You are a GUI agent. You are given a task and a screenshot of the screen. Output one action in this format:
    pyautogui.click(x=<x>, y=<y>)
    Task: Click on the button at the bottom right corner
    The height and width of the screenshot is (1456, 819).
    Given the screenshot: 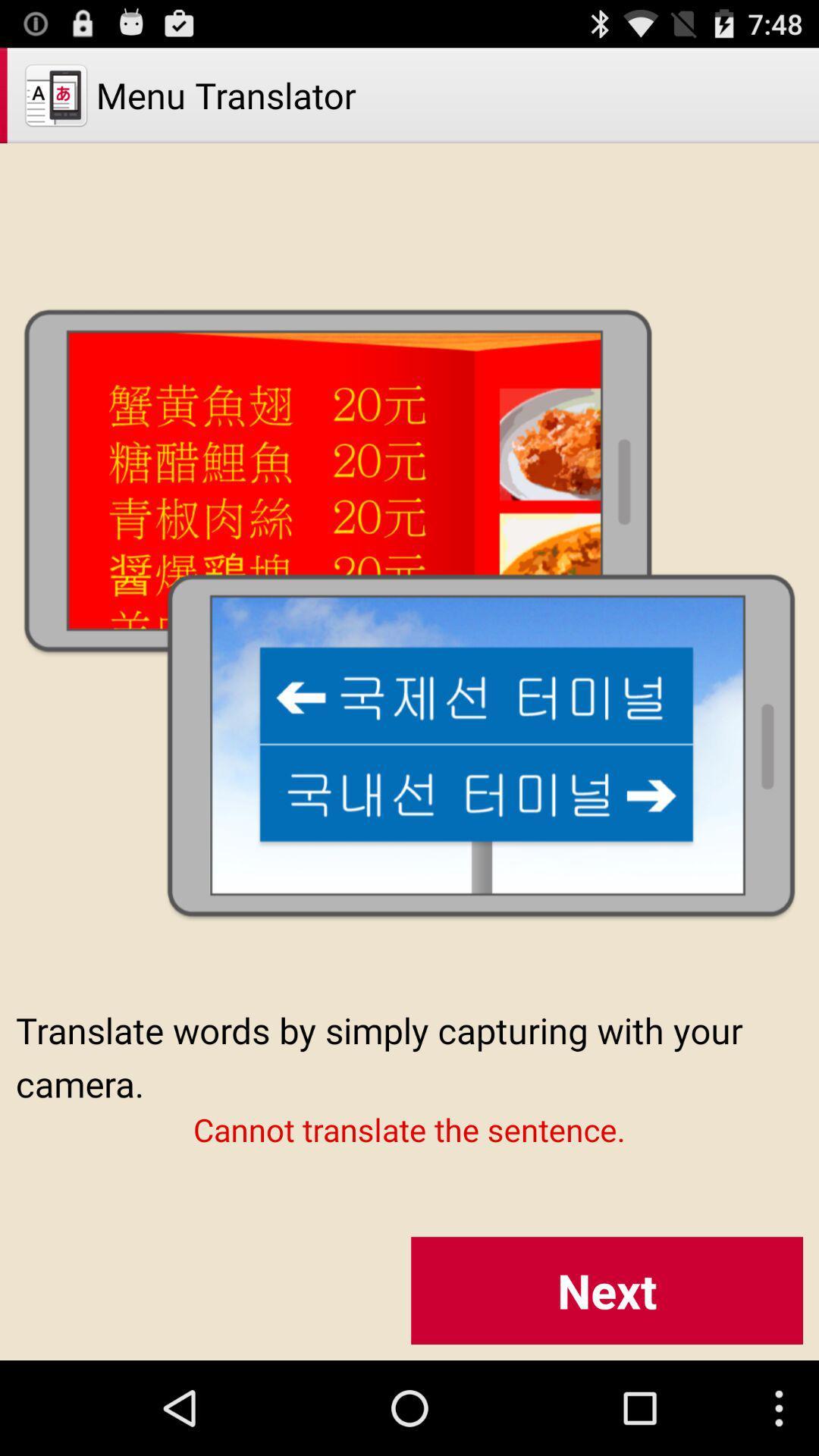 What is the action you would take?
    pyautogui.click(x=606, y=1290)
    